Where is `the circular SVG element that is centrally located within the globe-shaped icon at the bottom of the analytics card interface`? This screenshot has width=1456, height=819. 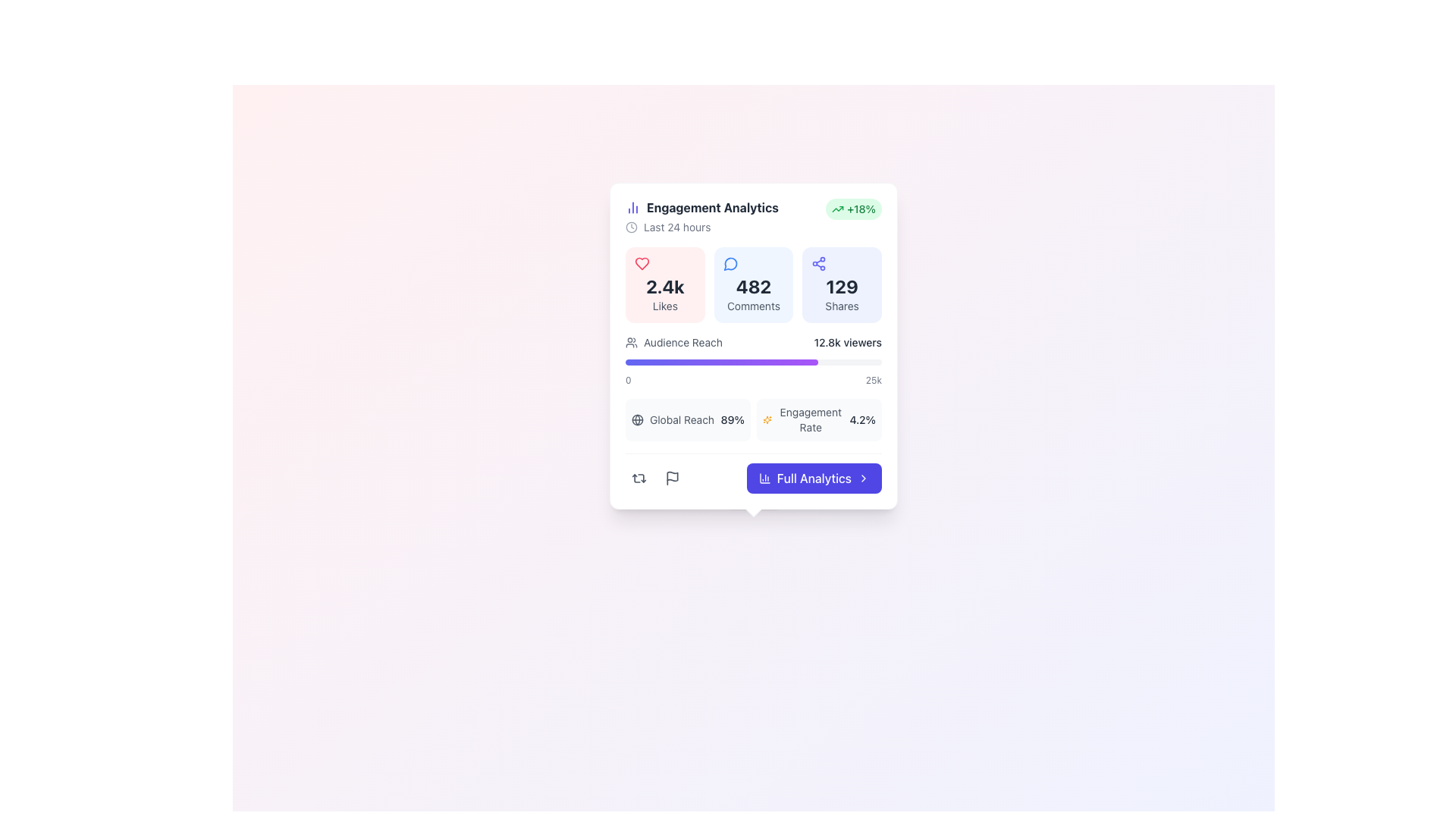 the circular SVG element that is centrally located within the globe-shaped icon at the bottom of the analytics card interface is located at coordinates (637, 420).